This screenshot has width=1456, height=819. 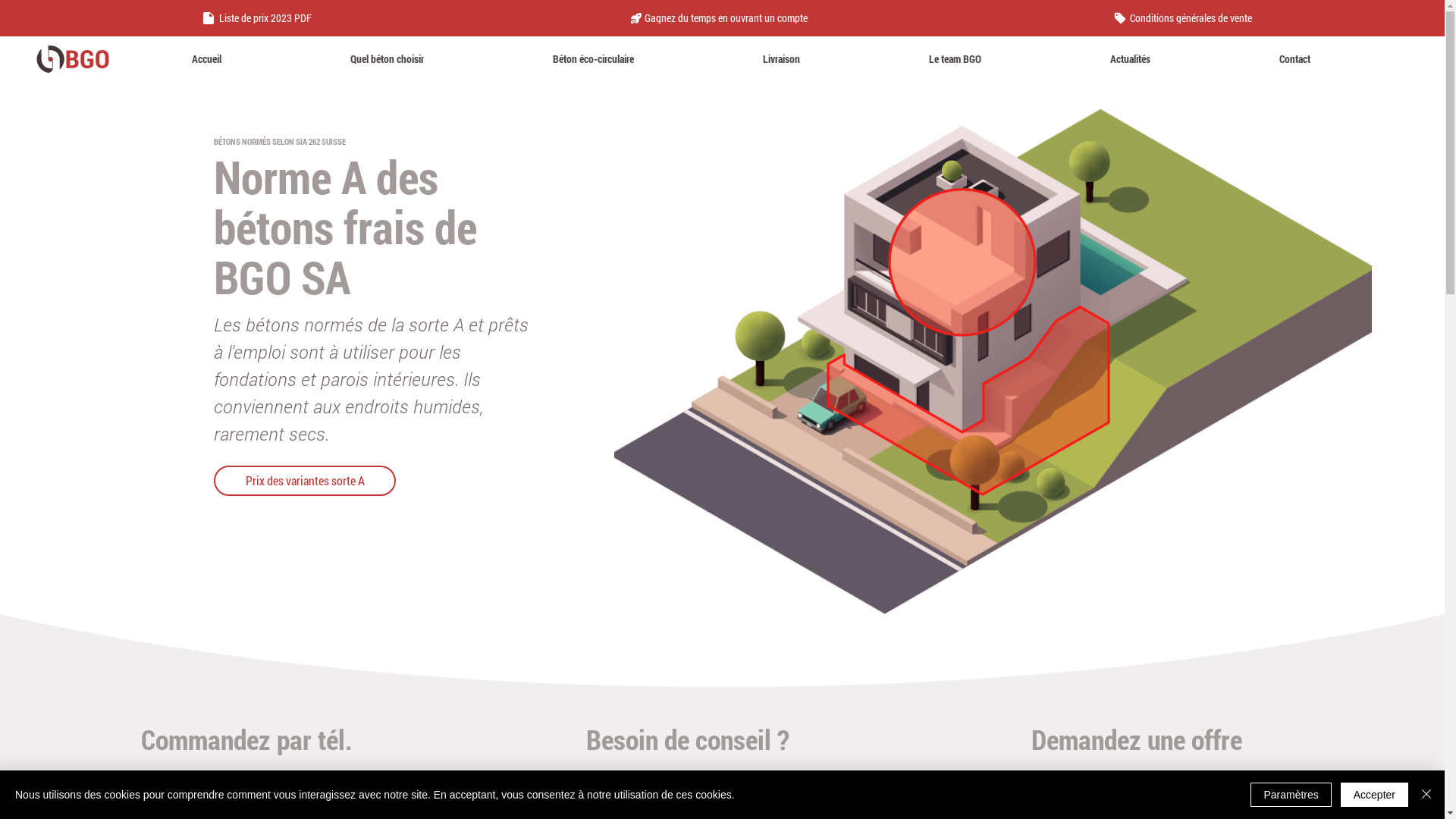 What do you see at coordinates (623, 17) in the screenshot?
I see `'Gagnez du temps en ouvrant un compte'` at bounding box center [623, 17].